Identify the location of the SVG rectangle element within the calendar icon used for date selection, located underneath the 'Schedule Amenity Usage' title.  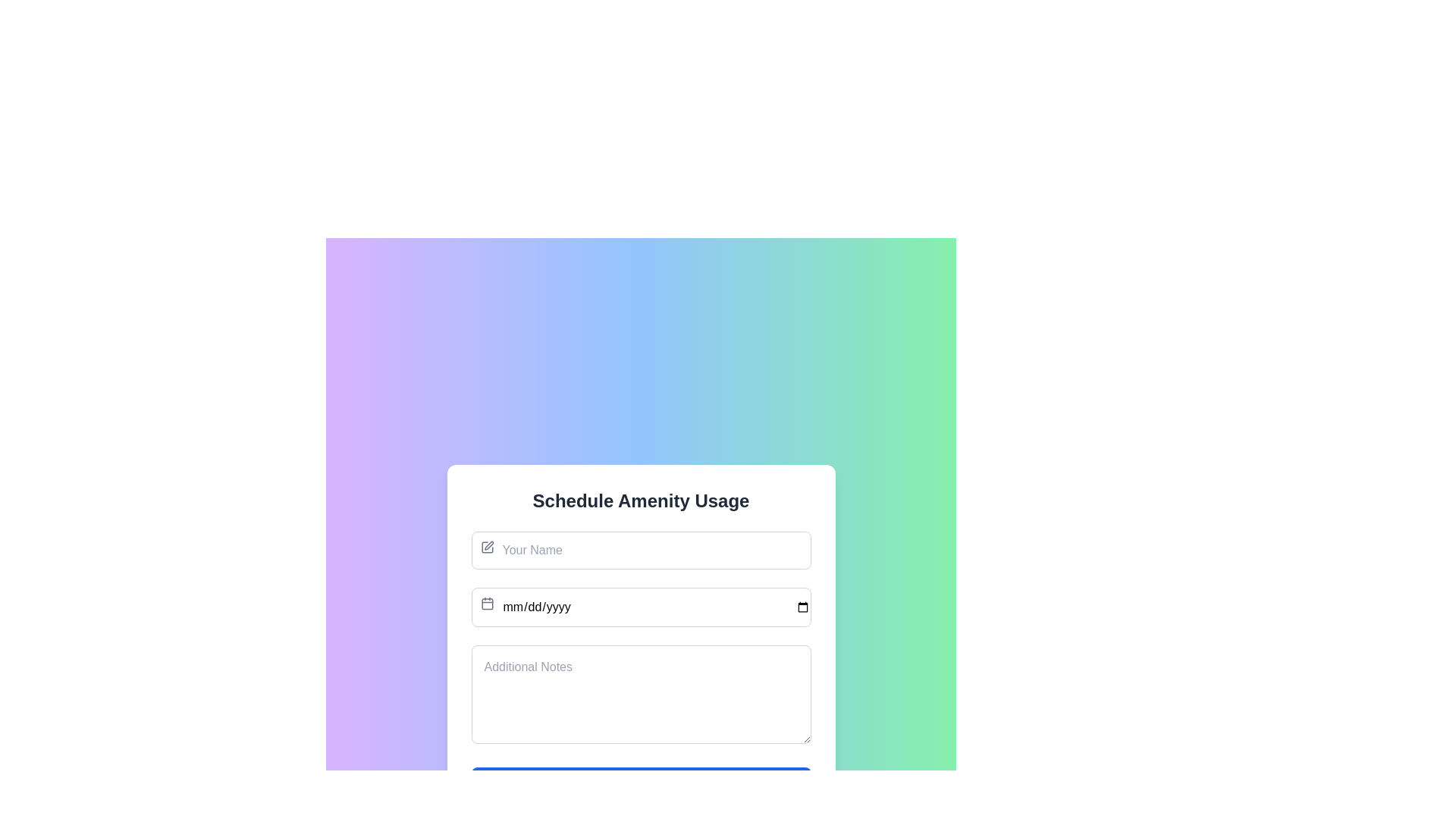
(487, 603).